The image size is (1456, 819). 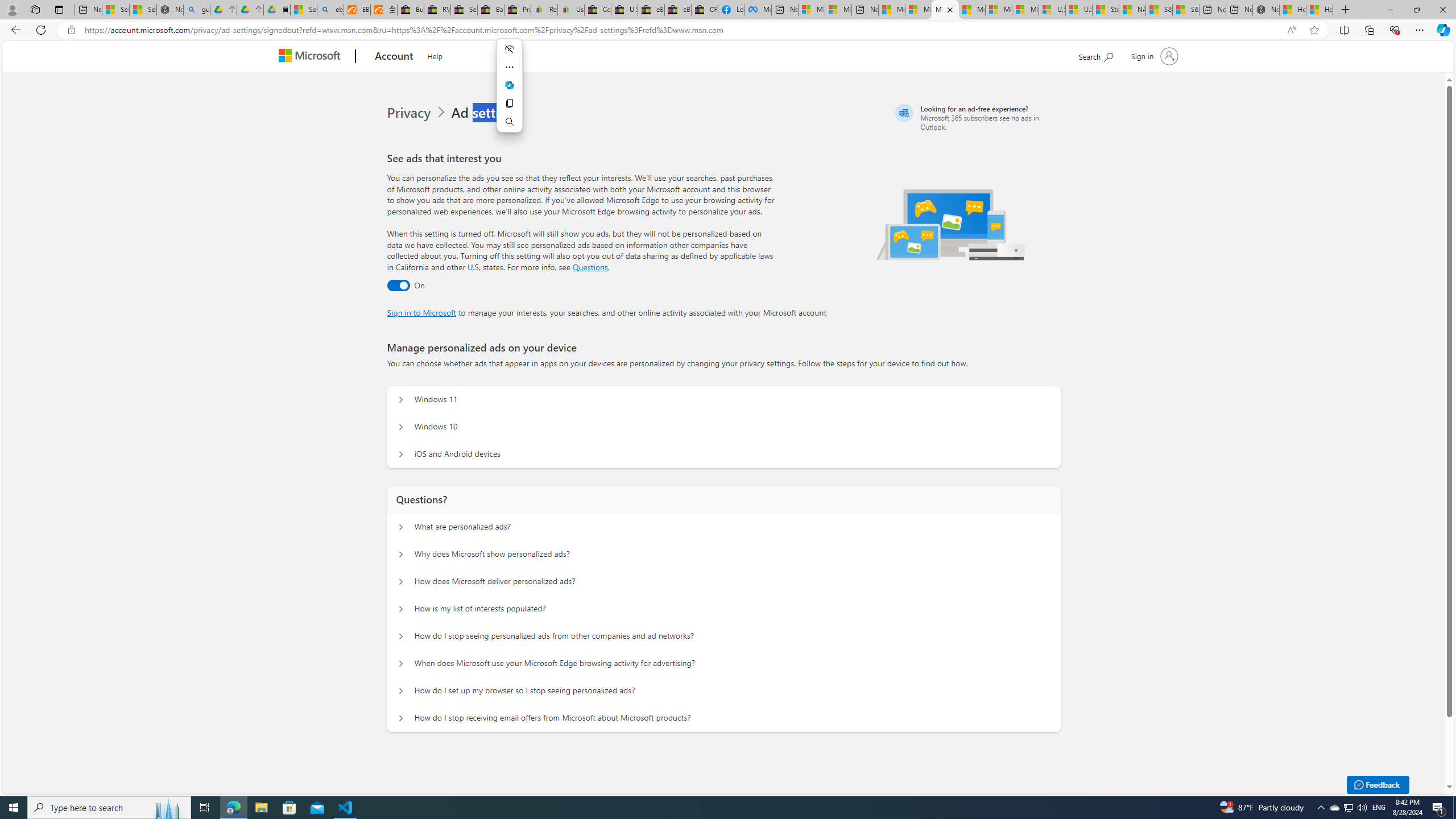 What do you see at coordinates (731, 9) in the screenshot?
I see `'Log into Facebook'` at bounding box center [731, 9].